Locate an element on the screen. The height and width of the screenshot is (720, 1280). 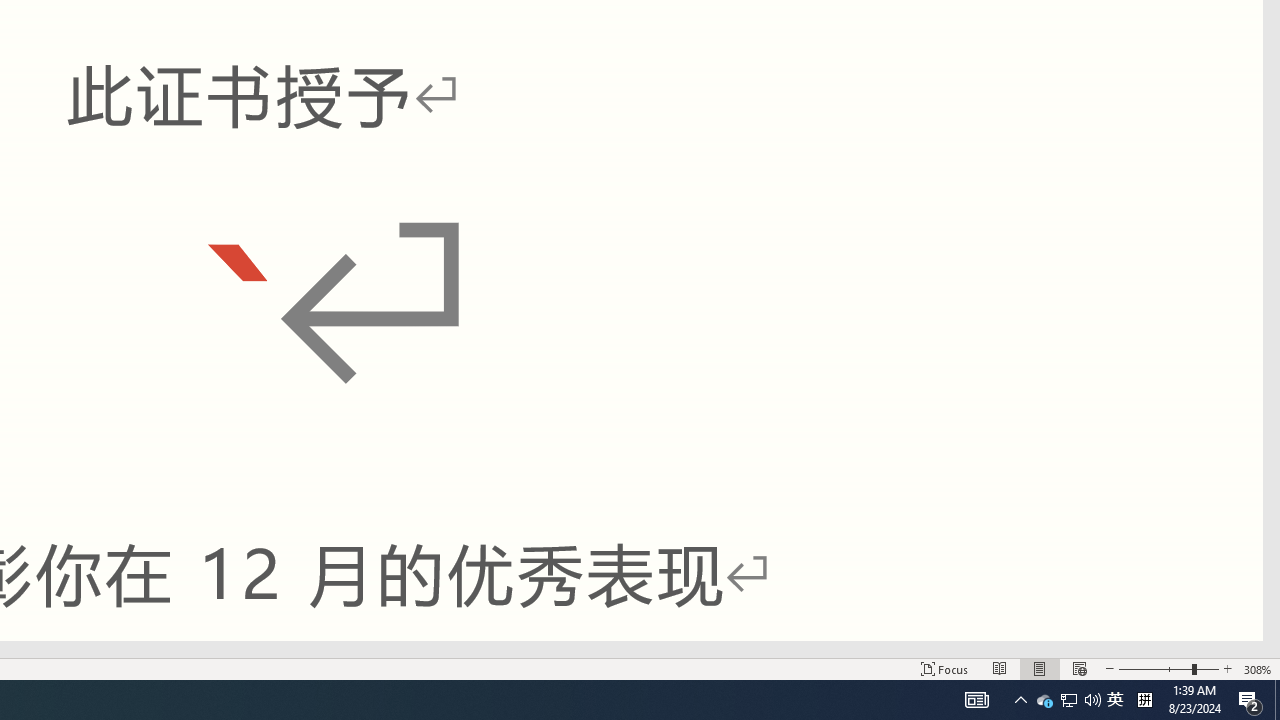
'Q2790: 100%' is located at coordinates (1092, 698).